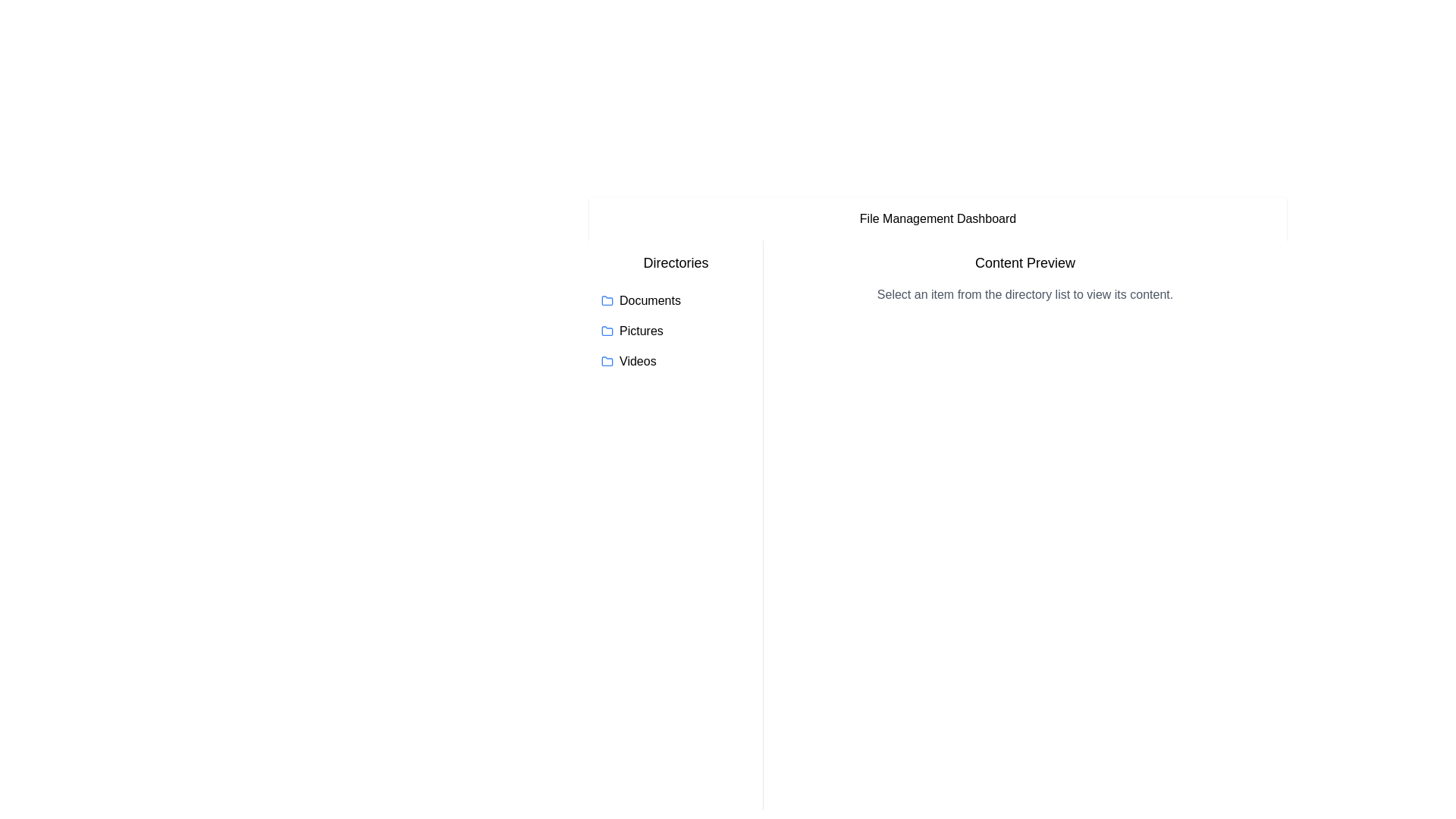 This screenshot has height=819, width=1456. Describe the element at coordinates (607, 360) in the screenshot. I see `folder icon representing the 'Videos' directory in the file management system for detail` at that location.